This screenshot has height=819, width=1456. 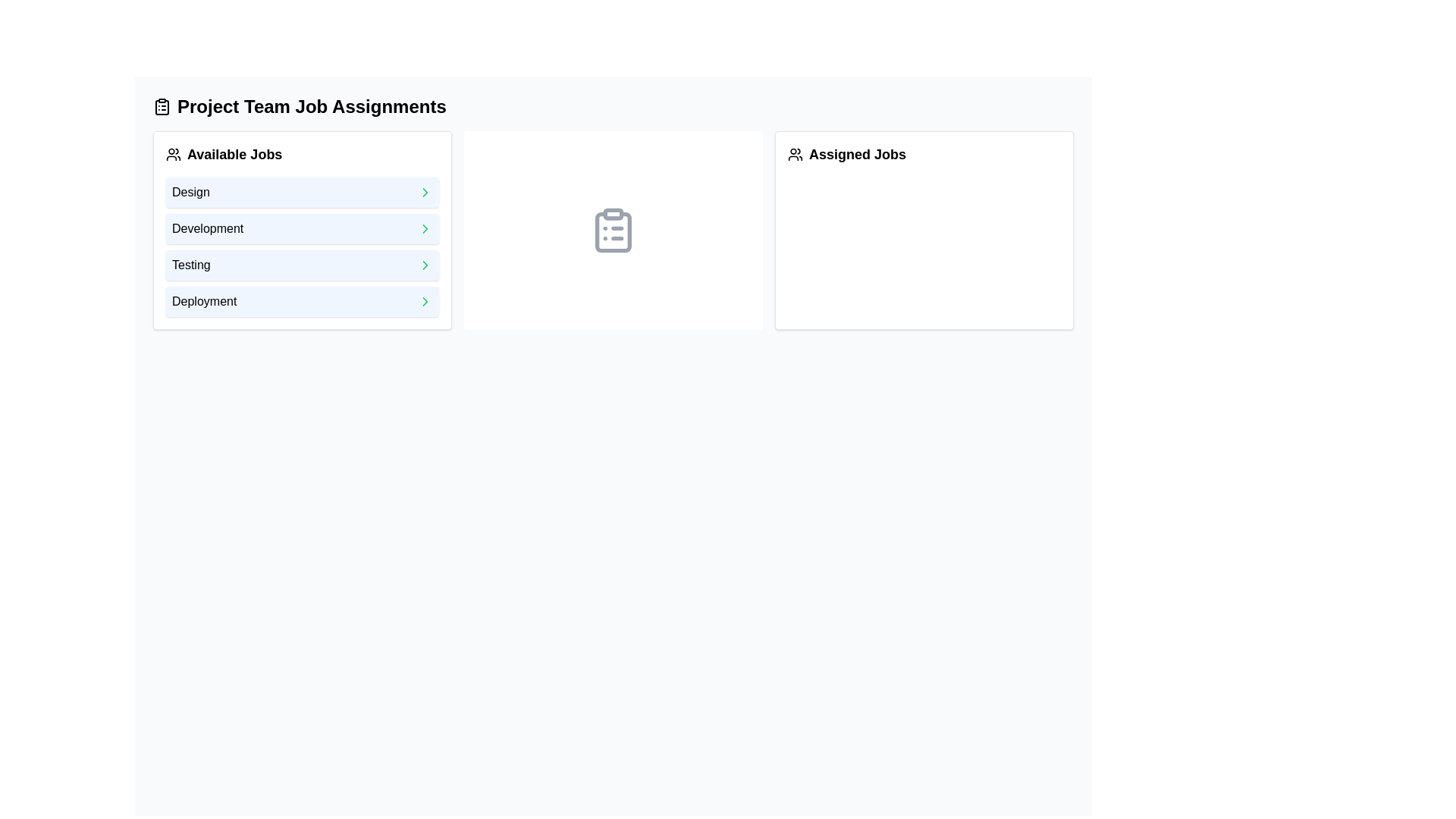 I want to click on the clipboard icon that is located to the left of the header text 'Project Team Job Assignments', so click(x=162, y=106).